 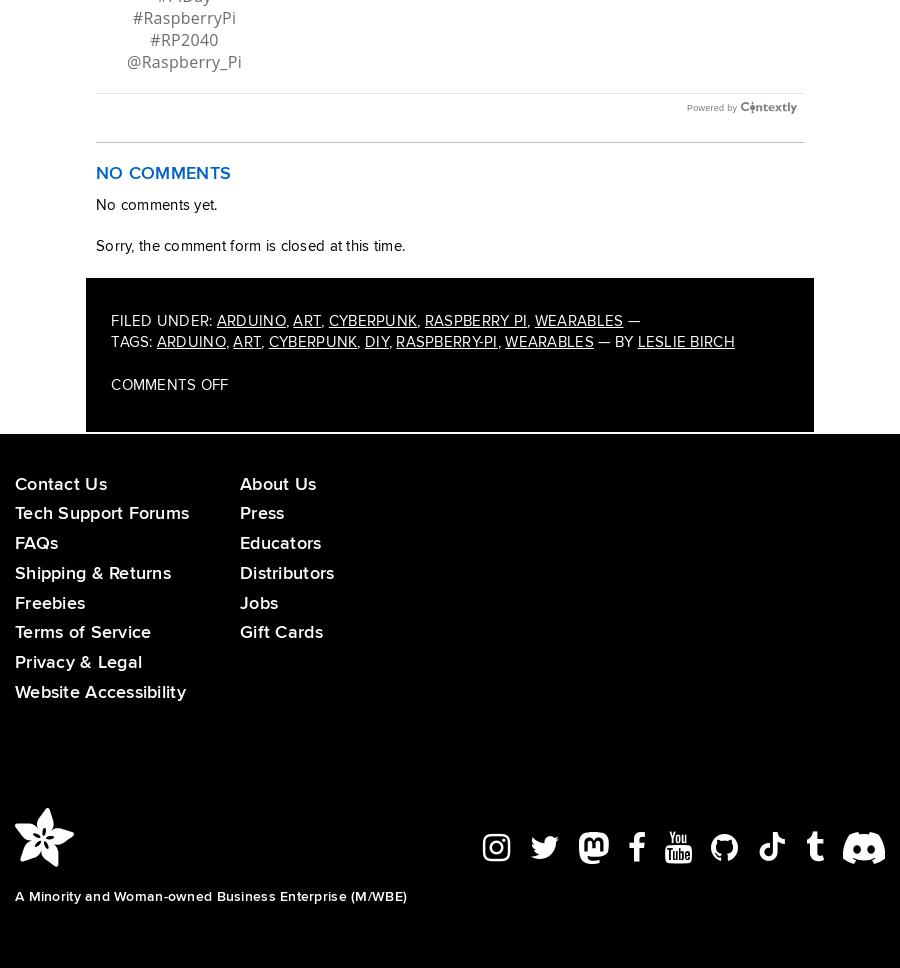 What do you see at coordinates (77, 683) in the screenshot?
I see `'Privacy & Legal'` at bounding box center [77, 683].